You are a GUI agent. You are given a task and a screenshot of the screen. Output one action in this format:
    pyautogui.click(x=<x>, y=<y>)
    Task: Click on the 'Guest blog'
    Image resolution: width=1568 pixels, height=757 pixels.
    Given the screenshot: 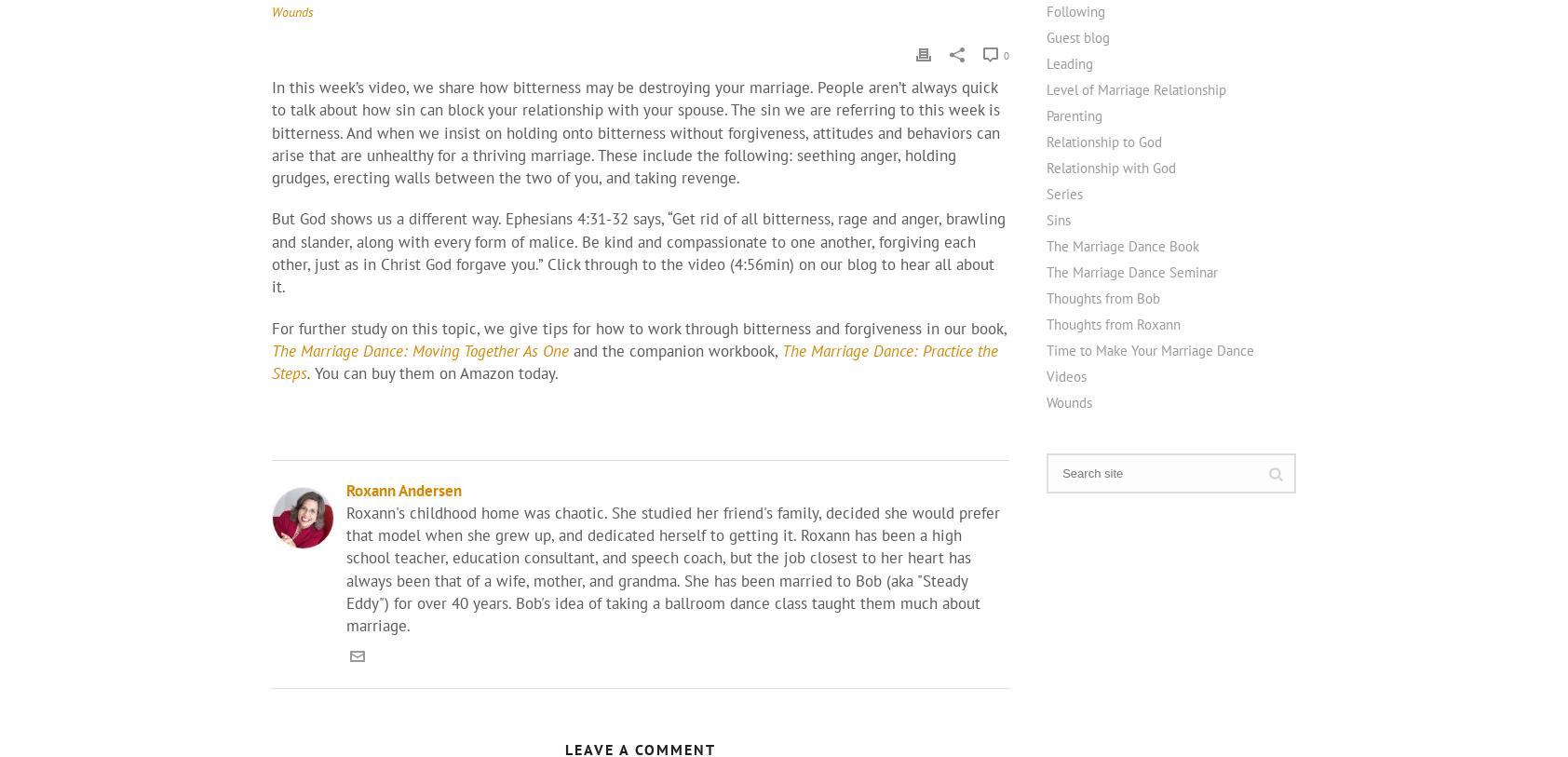 What is the action you would take?
    pyautogui.click(x=1077, y=35)
    